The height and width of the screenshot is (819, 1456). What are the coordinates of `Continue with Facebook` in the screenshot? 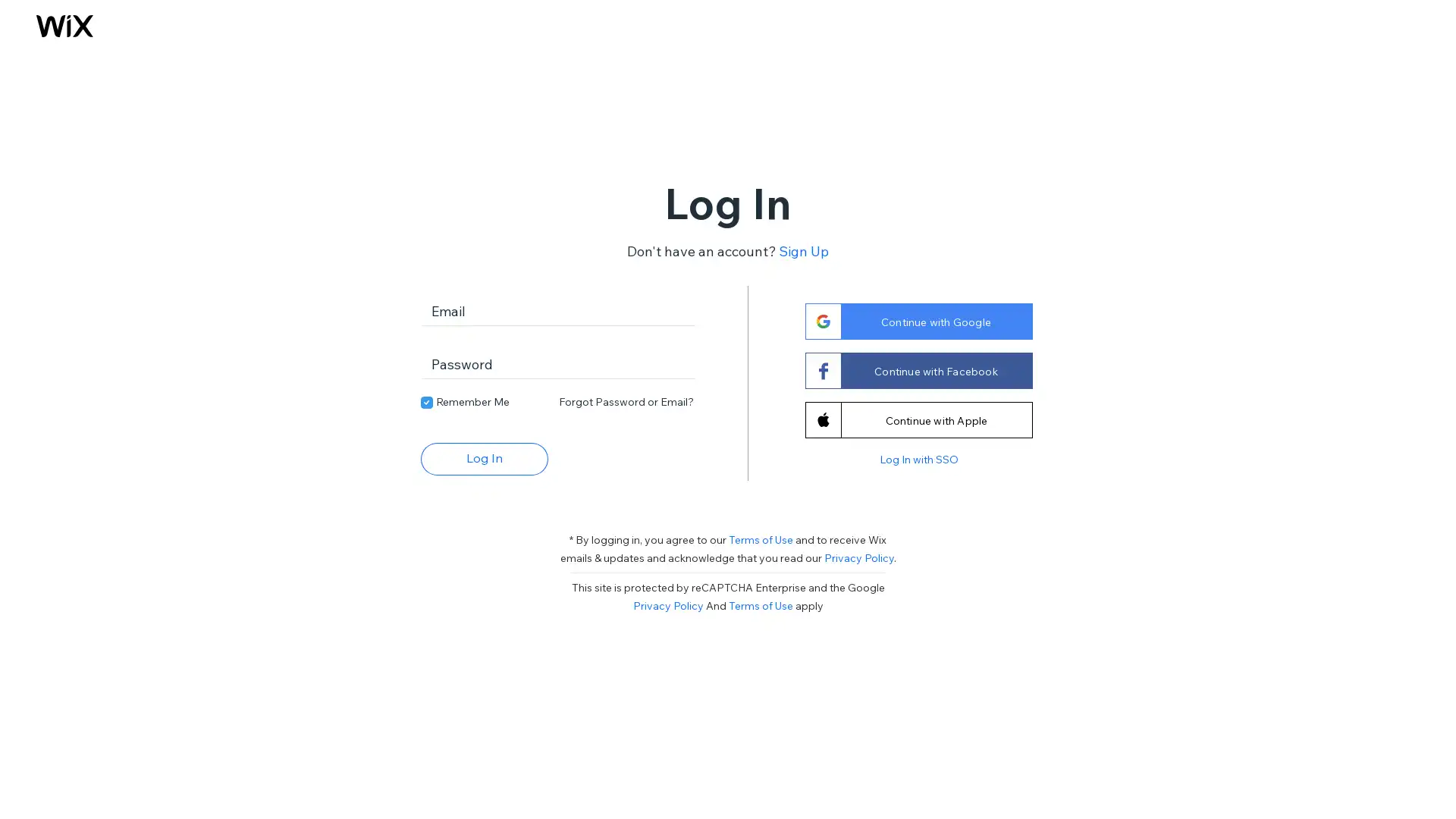 It's located at (917, 370).